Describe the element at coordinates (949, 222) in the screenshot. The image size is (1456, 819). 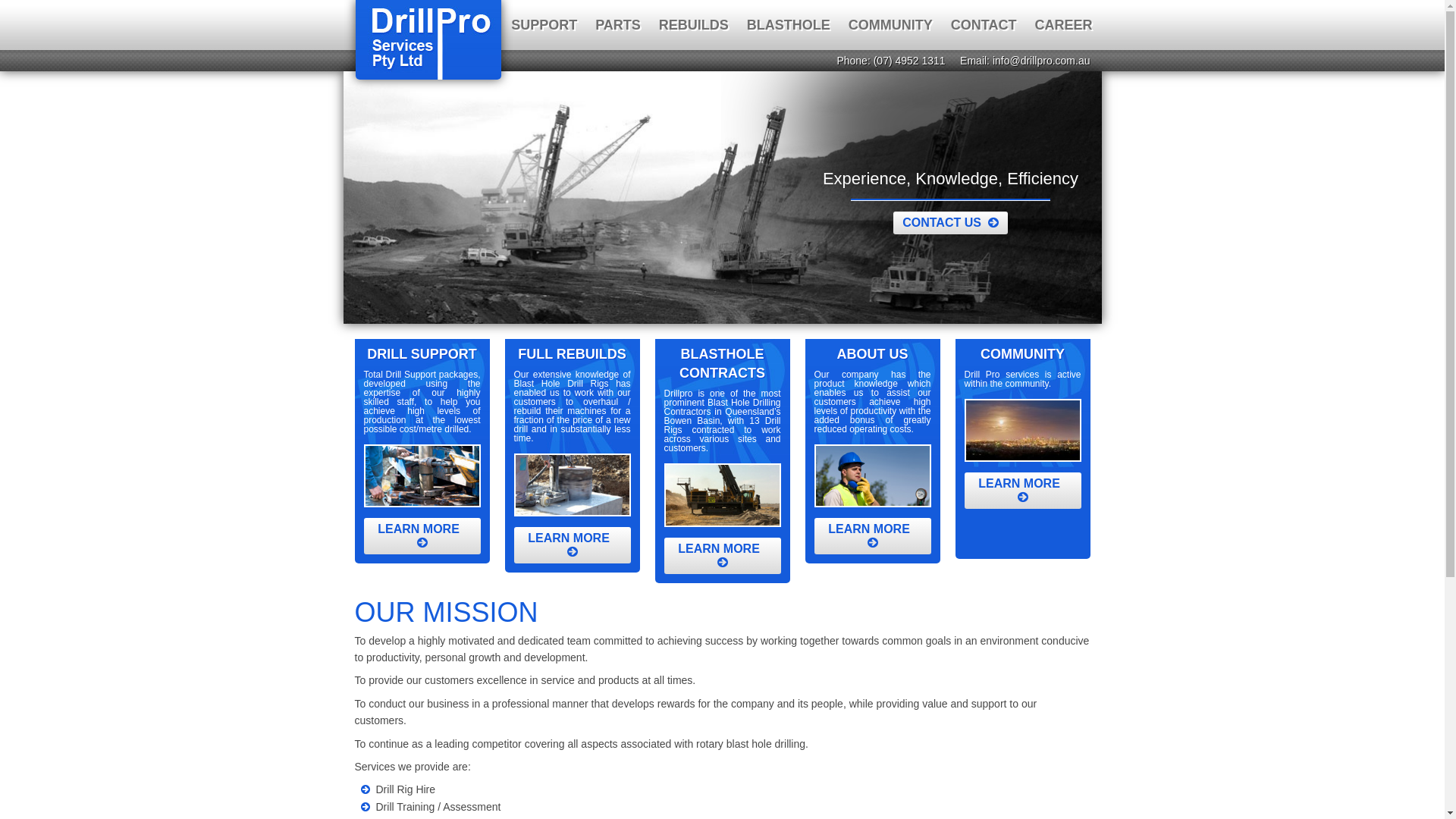
I see `'CONTACT US  '` at that location.